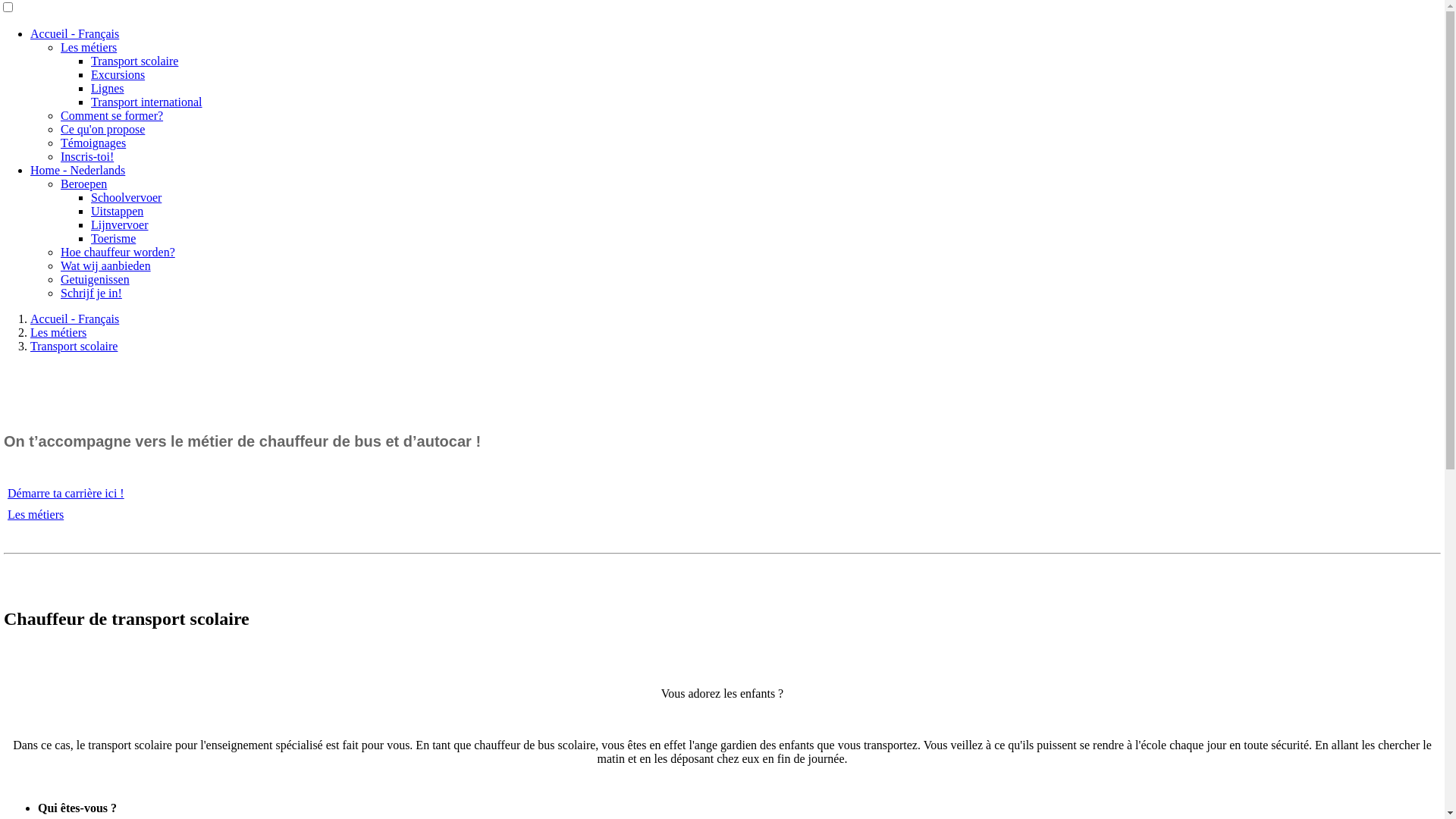  I want to click on 'Lijnvervoer', so click(119, 224).